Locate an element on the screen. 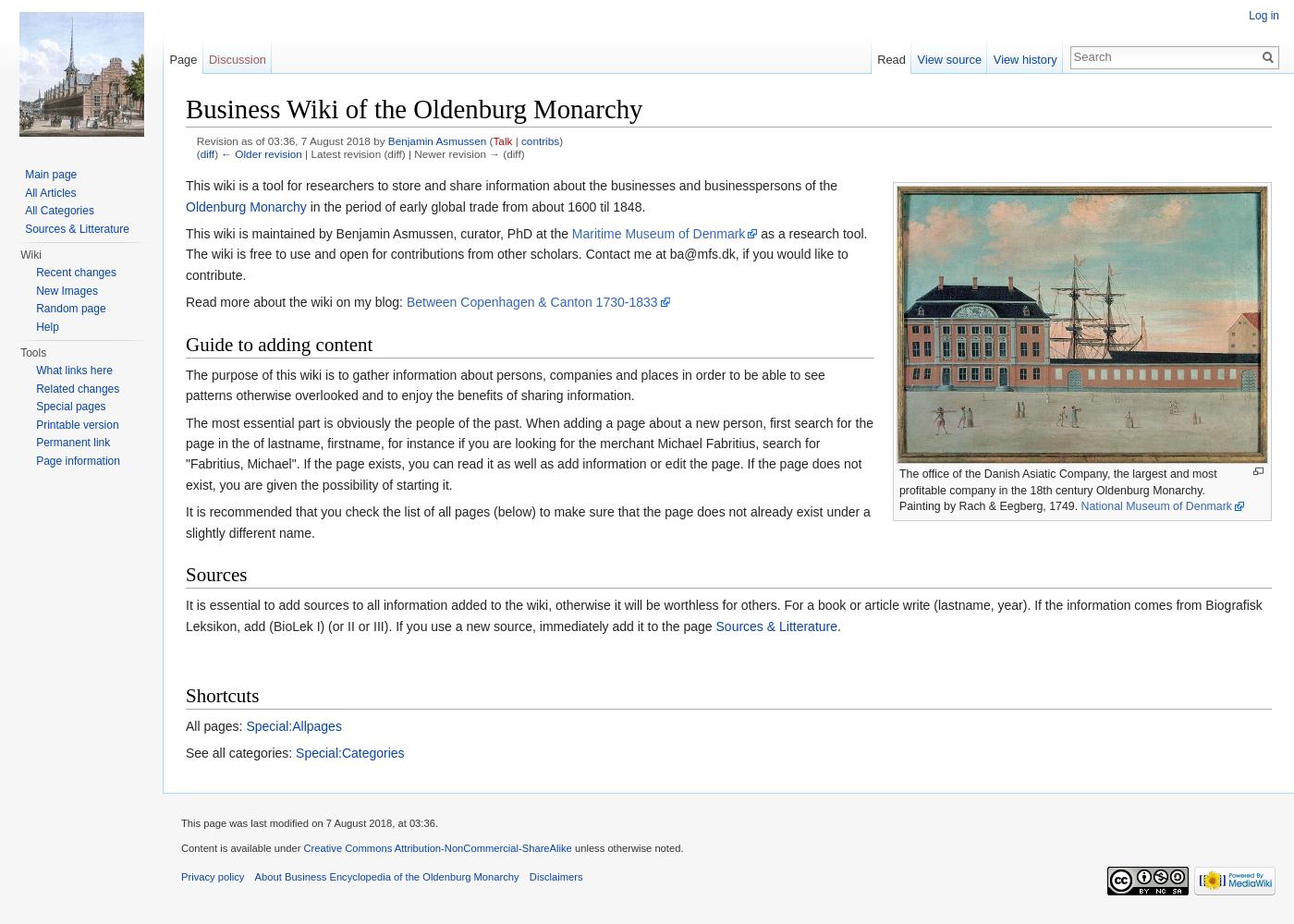  'This page was last modified on 7 August 2018, at 03:36.' is located at coordinates (310, 823).